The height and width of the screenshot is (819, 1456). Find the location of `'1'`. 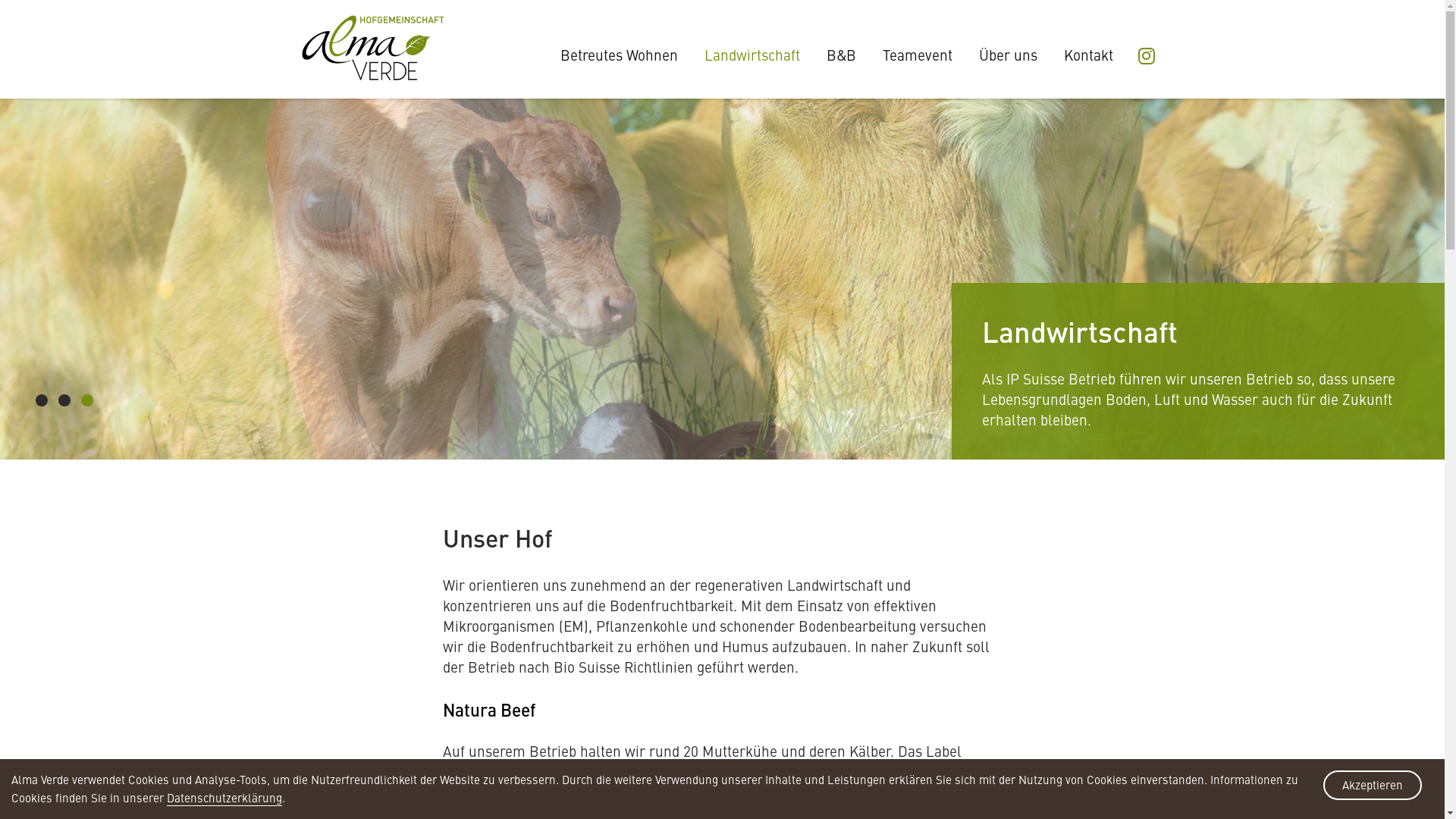

'1' is located at coordinates (36, 400).